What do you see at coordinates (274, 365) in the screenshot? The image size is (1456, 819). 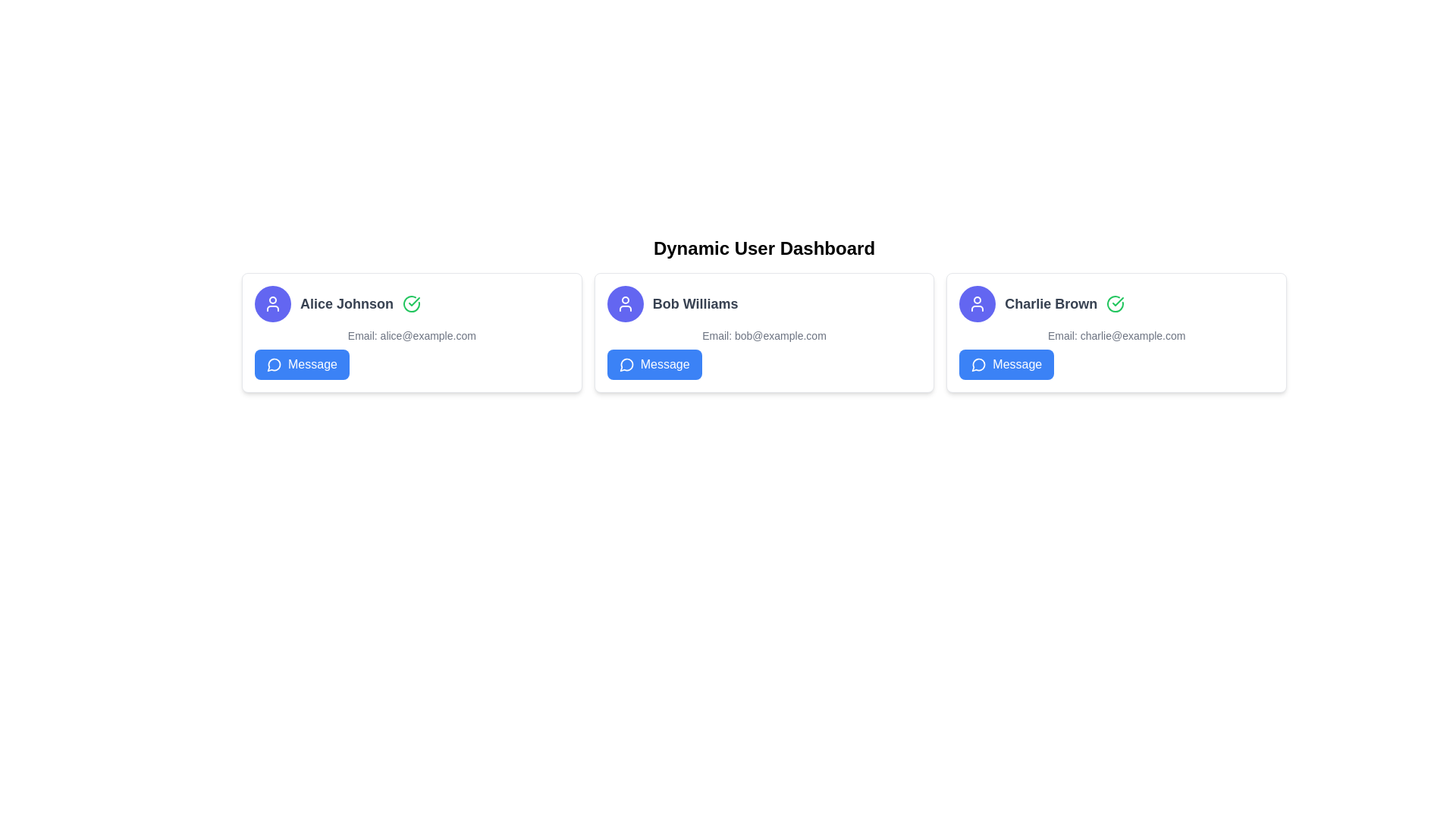 I see `the speech bubble icon within the 'Message' button for user 'Alice Johnson', which represents messaging functionality` at bounding box center [274, 365].